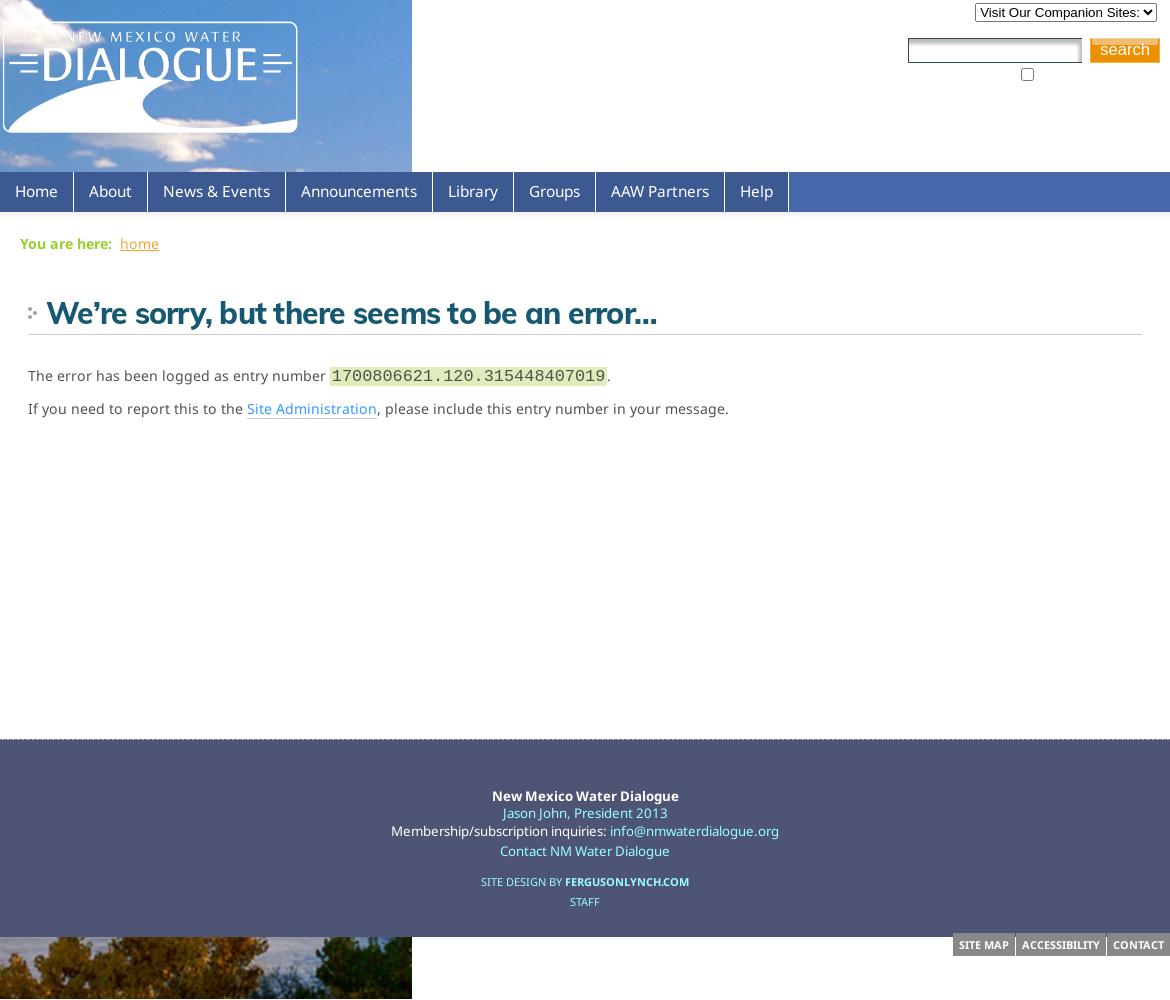 The image size is (1170, 1000). Describe the element at coordinates (18, 242) in the screenshot. I see `'You
are here:'` at that location.